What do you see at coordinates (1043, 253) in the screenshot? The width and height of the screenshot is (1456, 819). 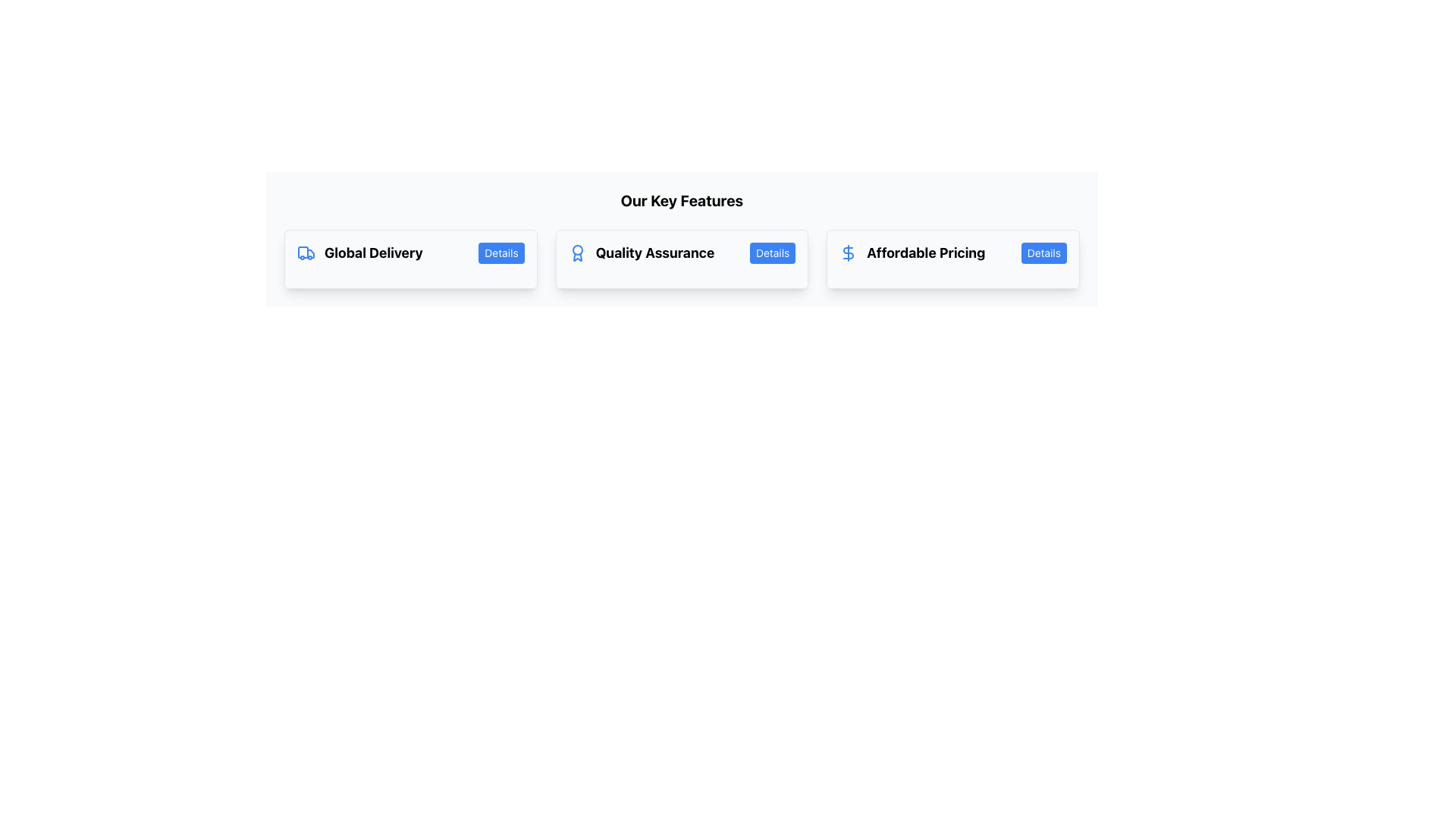 I see `the rounded rectangular blue button labeled 'Details'` at bounding box center [1043, 253].